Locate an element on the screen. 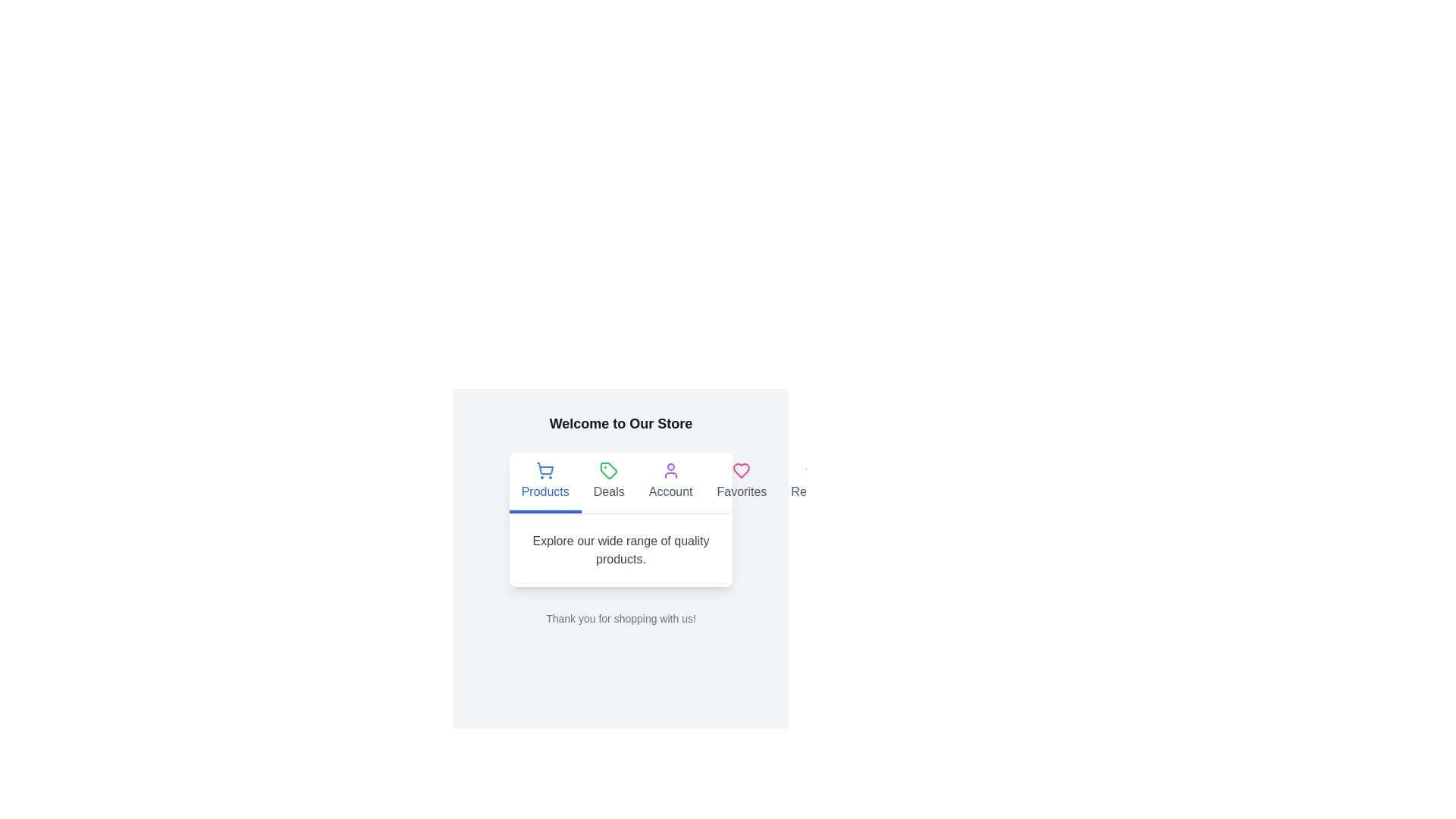  the 'Deals' interactive menu option, which features a green tag icon and the text 'Deals' below it is located at coordinates (609, 482).